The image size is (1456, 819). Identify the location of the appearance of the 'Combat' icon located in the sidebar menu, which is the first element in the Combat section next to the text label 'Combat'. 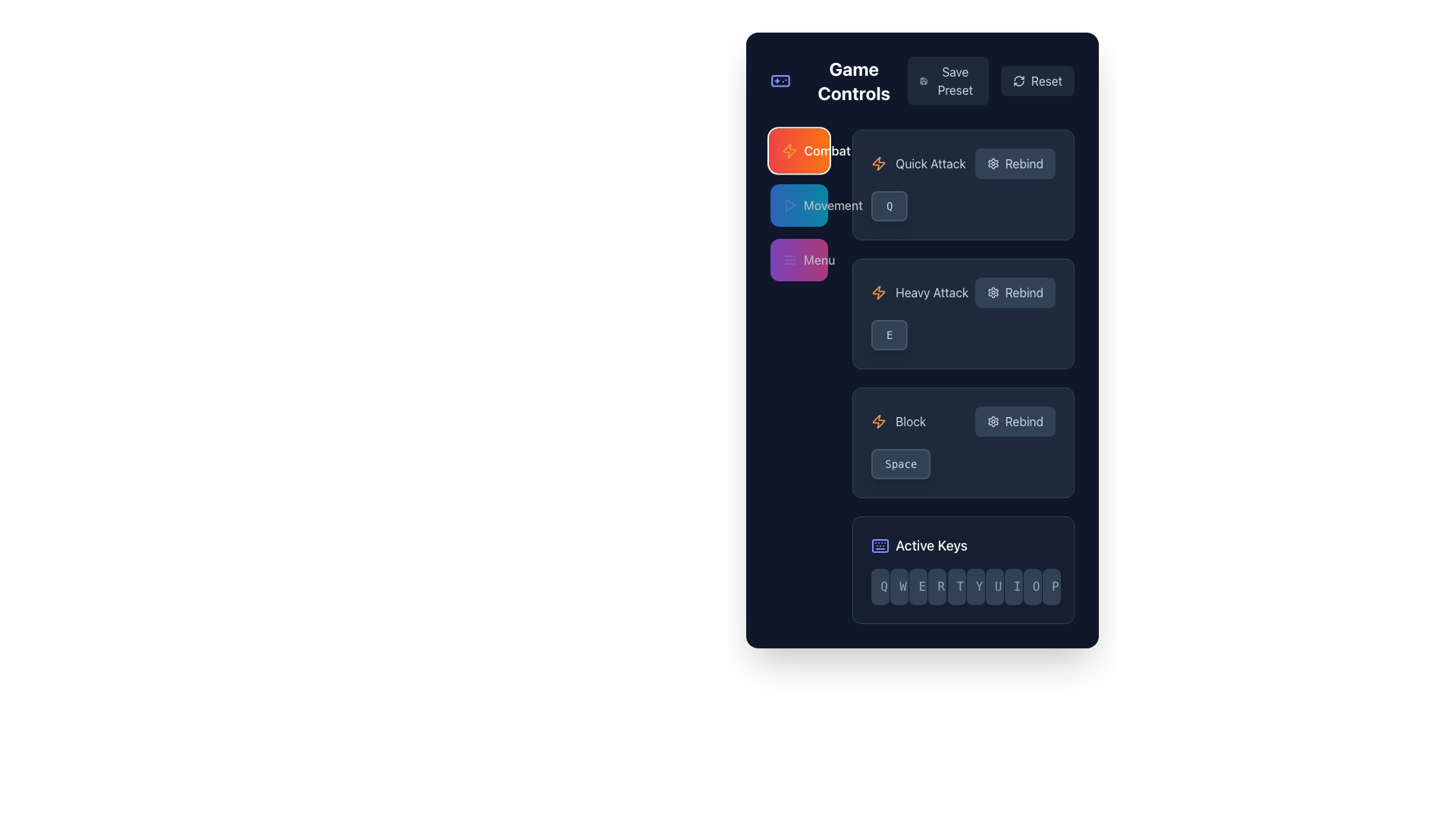
(789, 151).